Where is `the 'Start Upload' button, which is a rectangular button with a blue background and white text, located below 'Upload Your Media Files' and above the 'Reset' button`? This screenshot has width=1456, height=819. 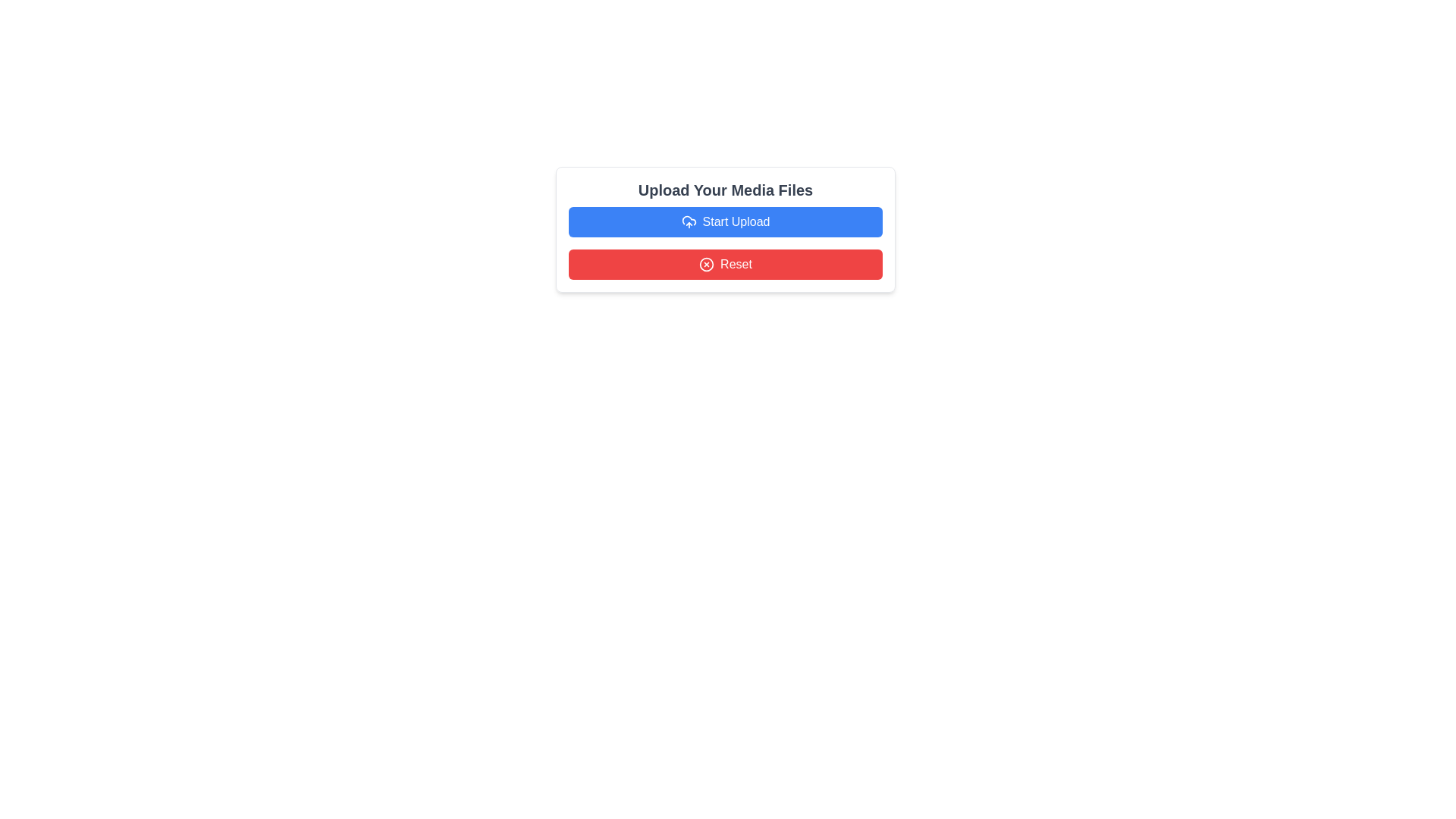 the 'Start Upload' button, which is a rectangular button with a blue background and white text, located below 'Upload Your Media Files' and above the 'Reset' button is located at coordinates (724, 222).